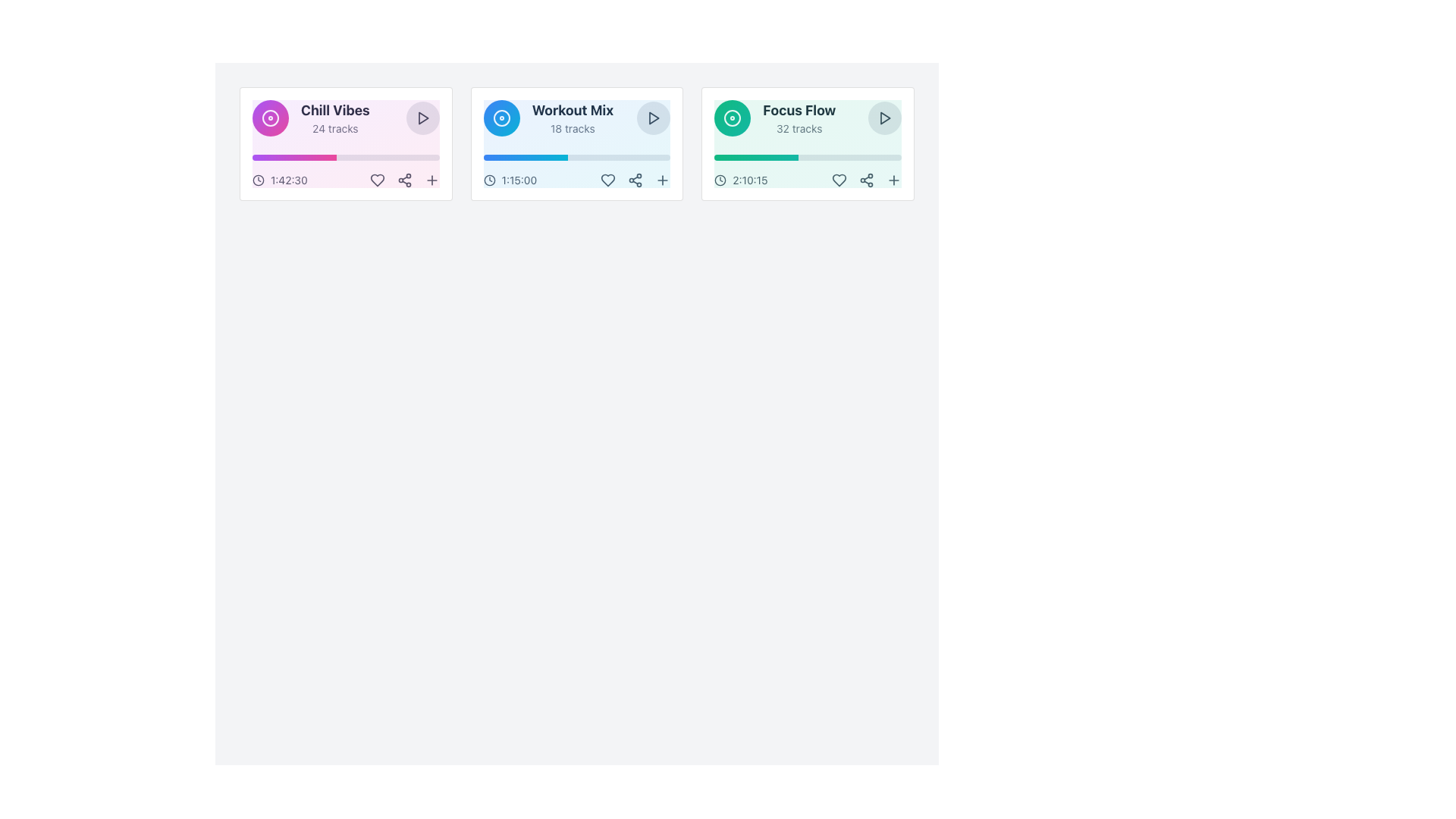 Image resolution: width=1456 pixels, height=819 pixels. I want to click on the circular graphic icon component located at the center of the disc spinner within the 'Focus Flow' card, so click(733, 117).